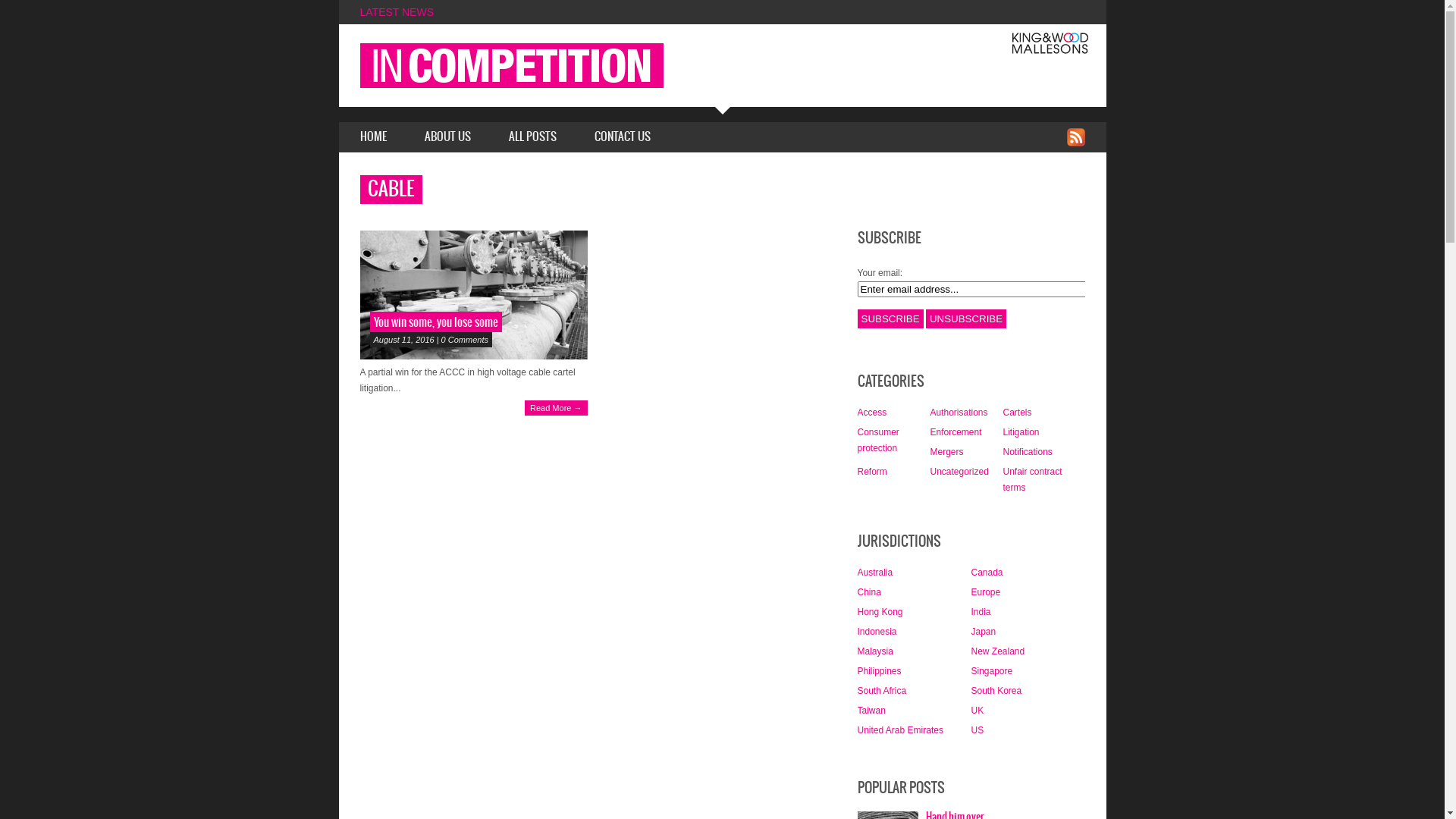  Describe the element at coordinates (996, 690) in the screenshot. I see `'South Korea'` at that location.